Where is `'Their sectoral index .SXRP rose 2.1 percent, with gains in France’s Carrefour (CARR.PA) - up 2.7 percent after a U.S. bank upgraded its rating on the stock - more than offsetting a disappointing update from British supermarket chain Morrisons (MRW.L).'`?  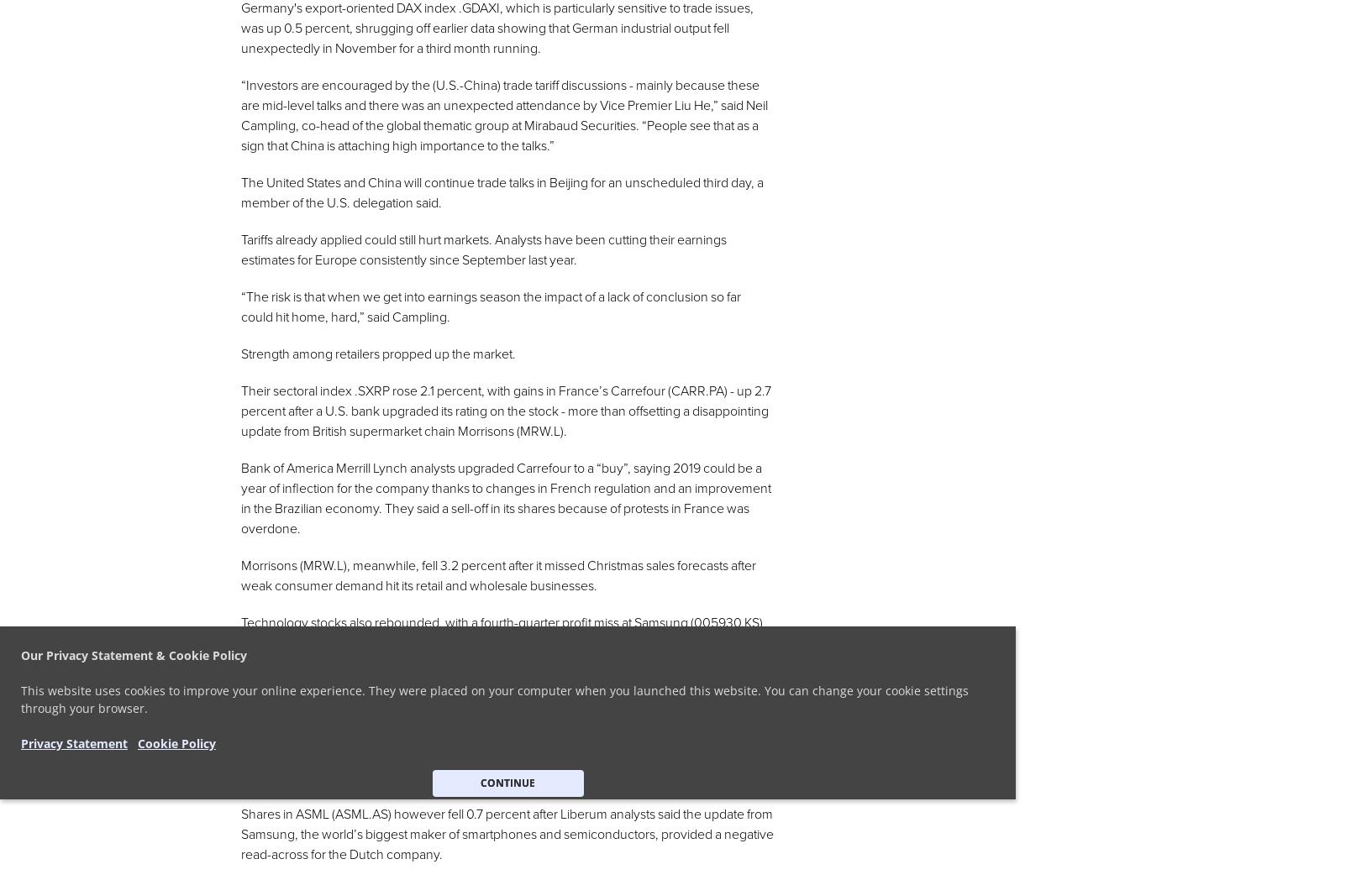
'Their sectoral index .SXRP rose 2.1 percent, with gains in France’s Carrefour (CARR.PA) - up 2.7 percent after a U.S. bank upgraded its rating on the stock - more than offsetting a disappointing update from British supermarket chain Morrisons (MRW.L).' is located at coordinates (505, 411).